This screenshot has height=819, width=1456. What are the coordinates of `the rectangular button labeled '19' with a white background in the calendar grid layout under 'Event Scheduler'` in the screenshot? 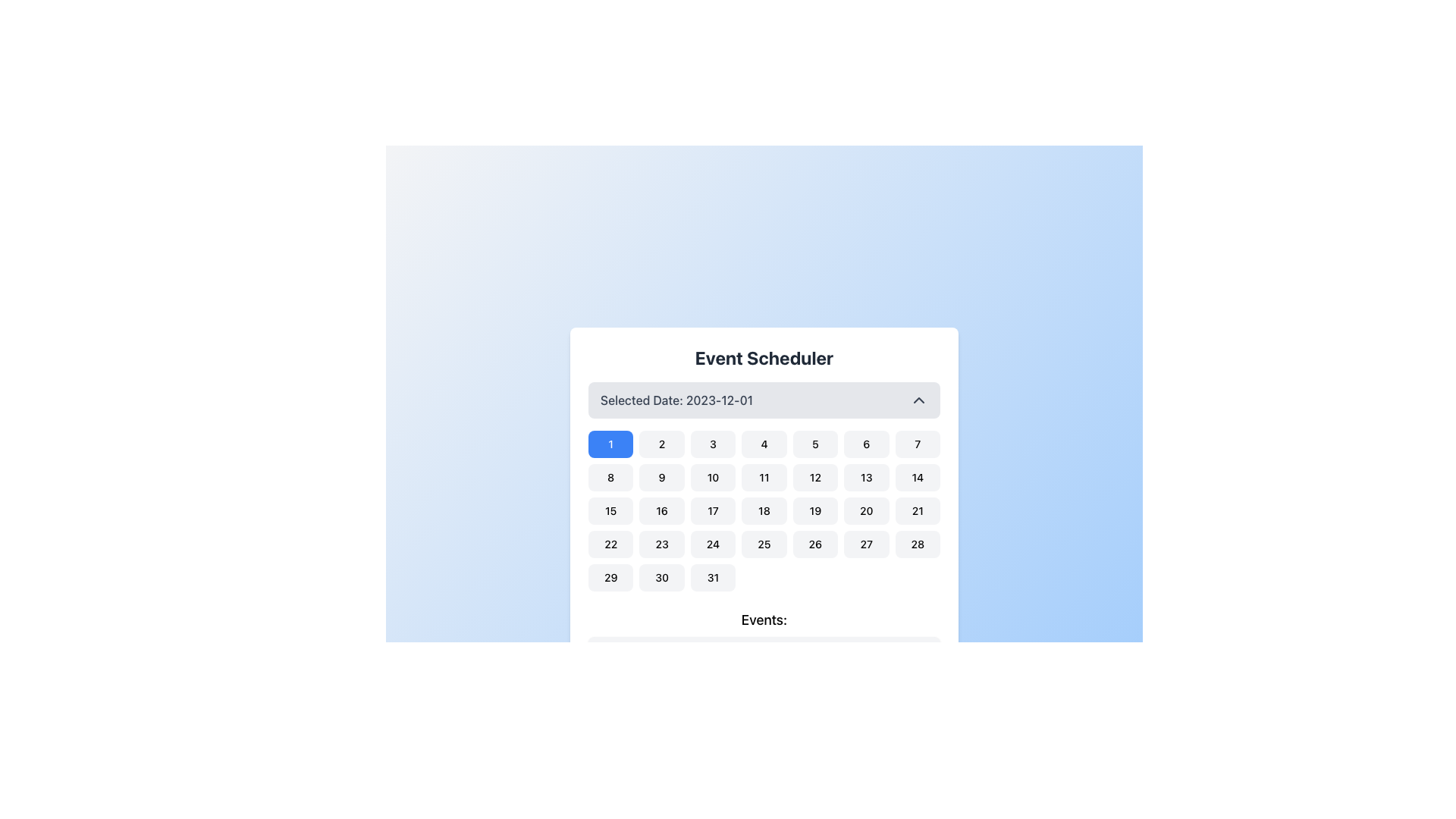 It's located at (814, 511).